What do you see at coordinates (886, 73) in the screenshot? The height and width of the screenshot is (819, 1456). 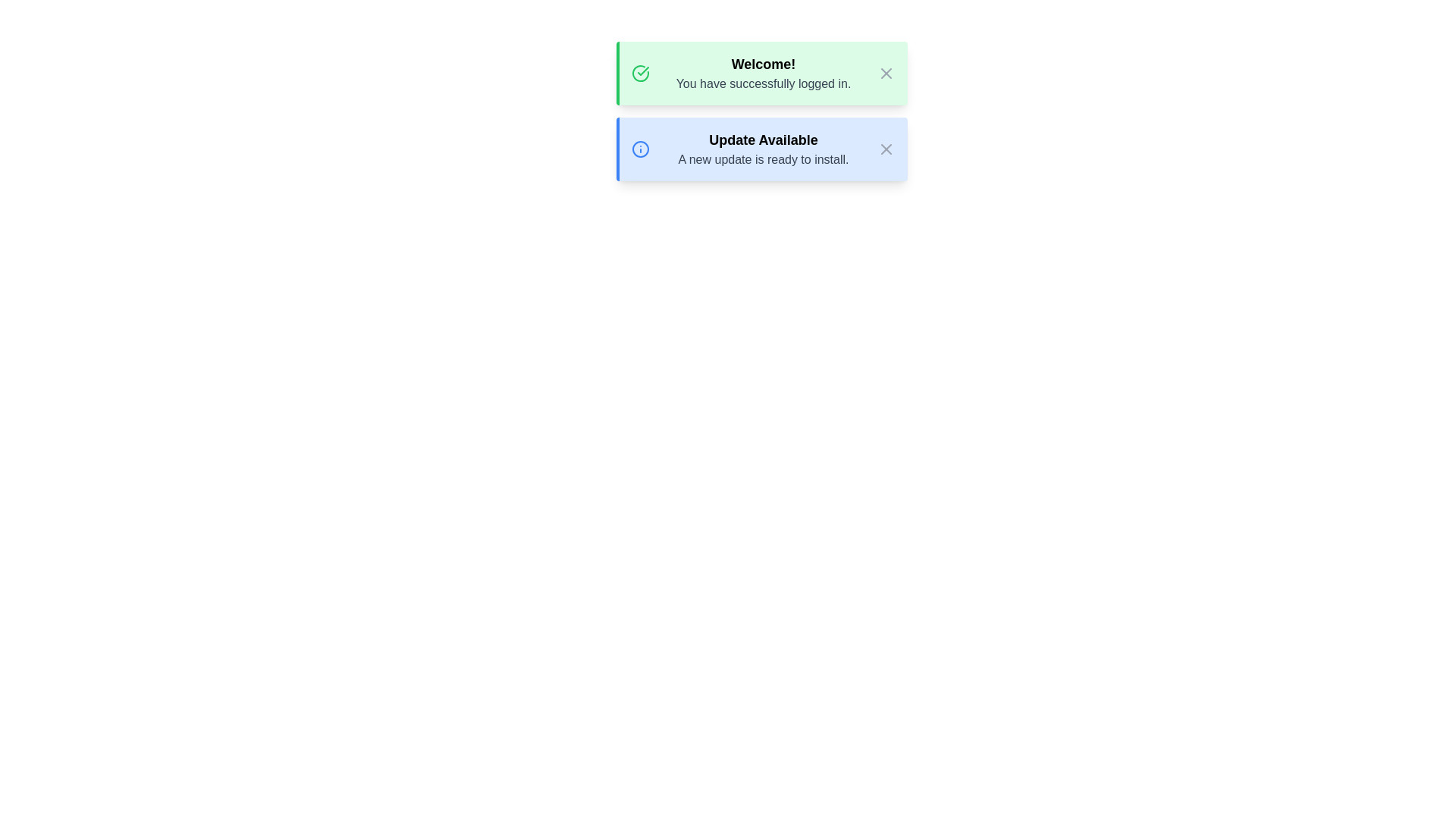 I see `the 'X' icon in the green notification box` at bounding box center [886, 73].